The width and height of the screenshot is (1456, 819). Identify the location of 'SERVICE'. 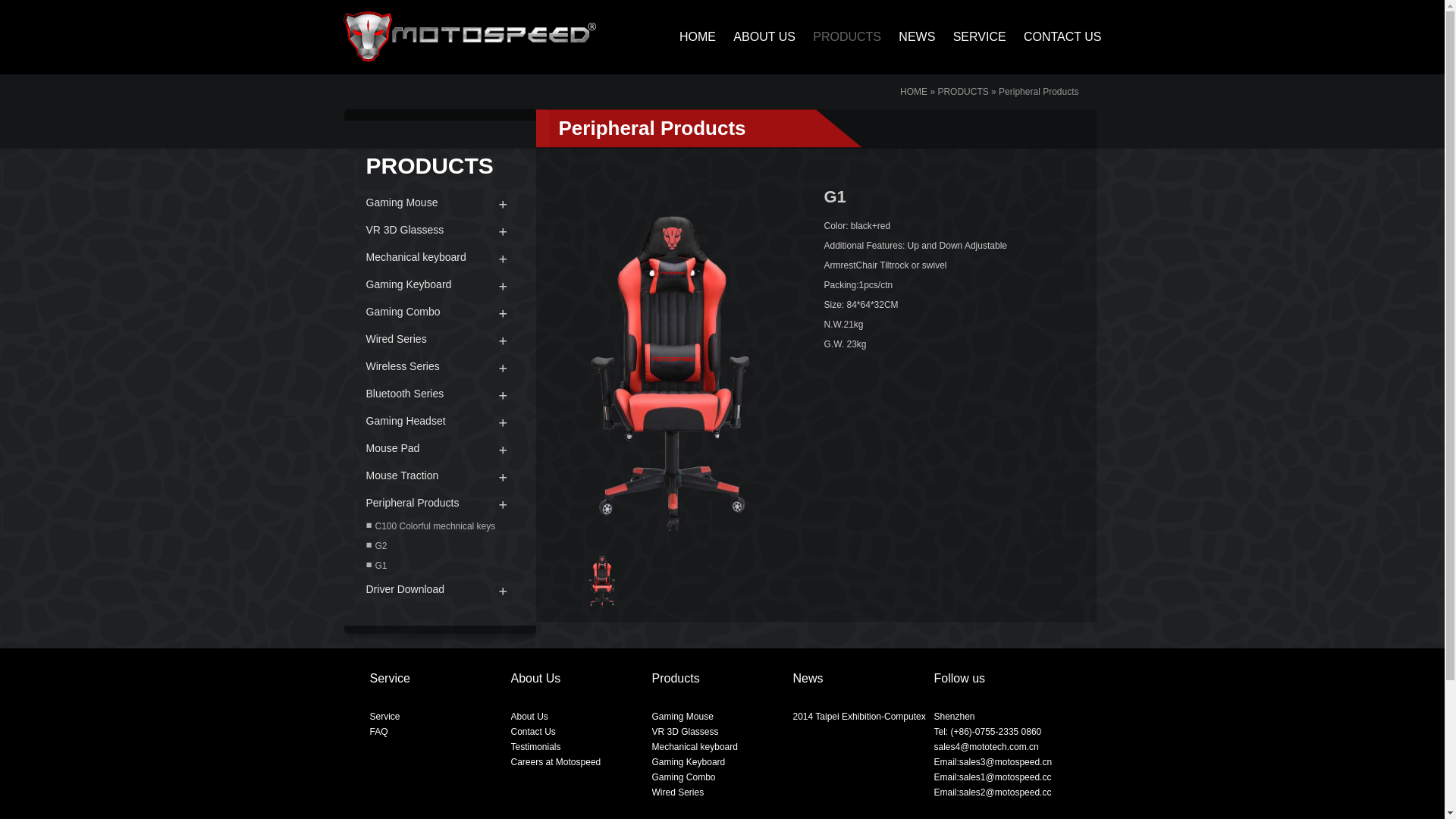
(971, 36).